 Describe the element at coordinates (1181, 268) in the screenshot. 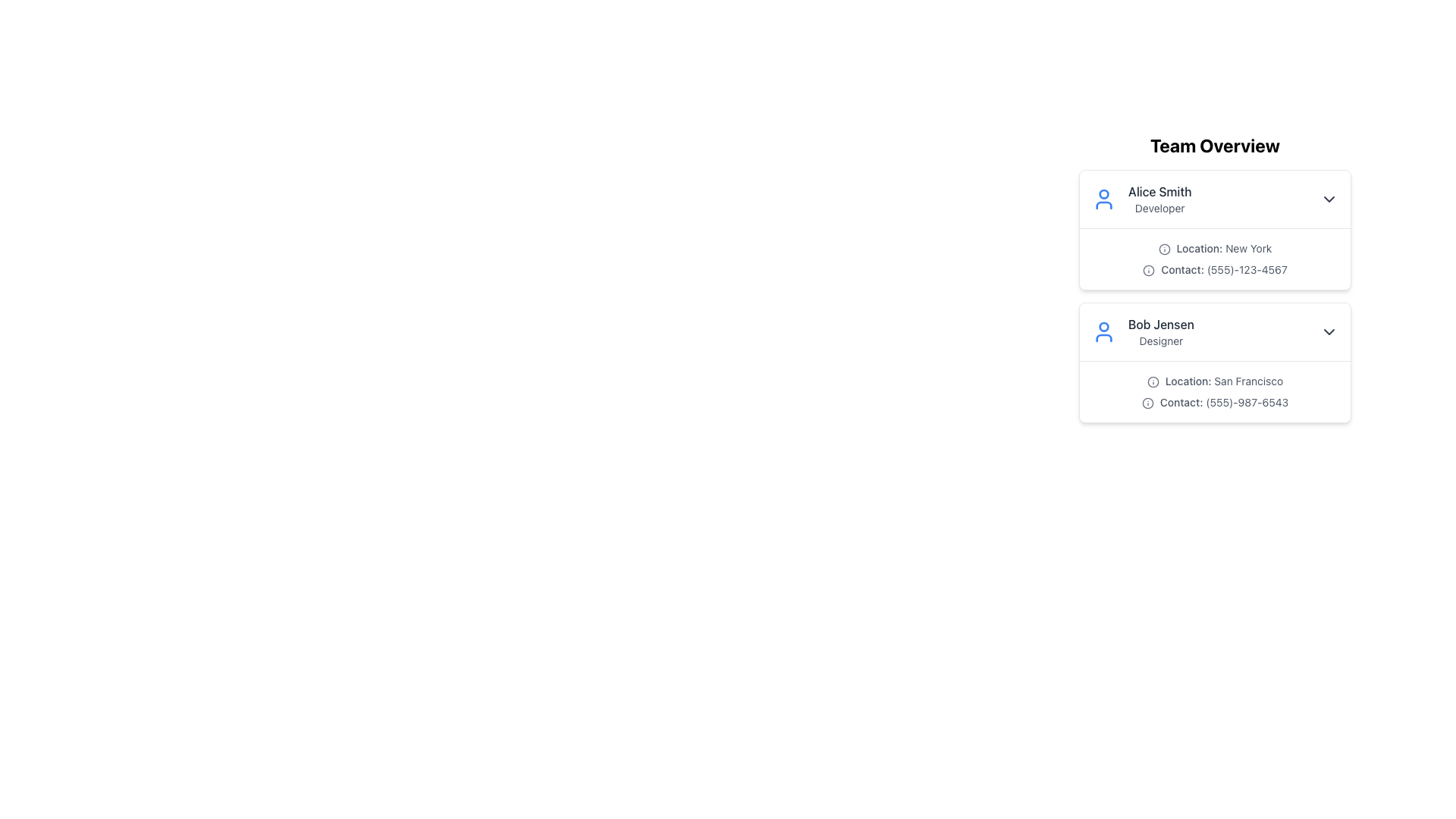

I see `the 'Contact:' label which displays in bold medium font and is positioned in Alice Smith's contact details section` at that location.